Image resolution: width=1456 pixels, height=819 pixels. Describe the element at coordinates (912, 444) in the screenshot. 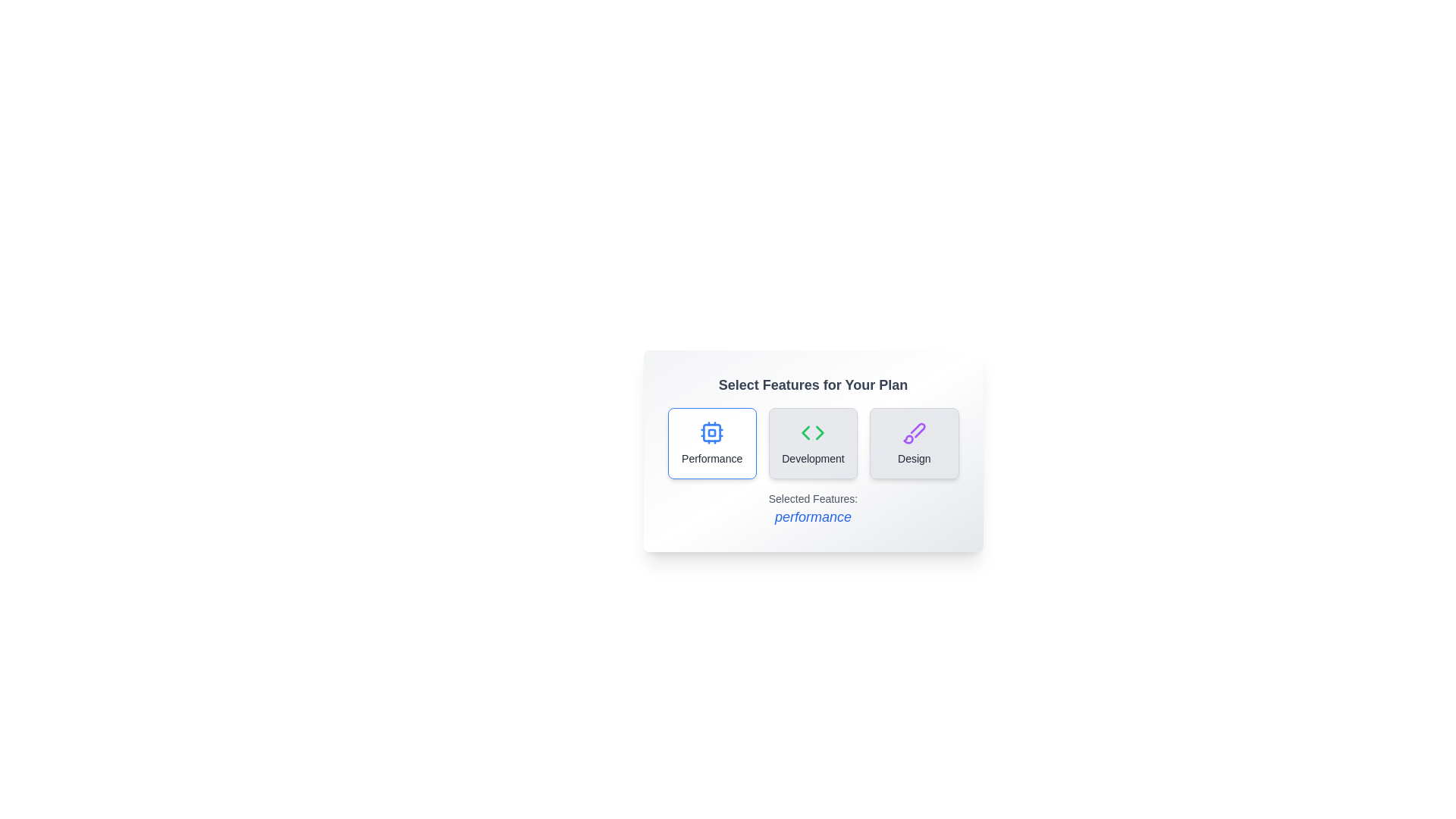

I see `the Design button` at that location.